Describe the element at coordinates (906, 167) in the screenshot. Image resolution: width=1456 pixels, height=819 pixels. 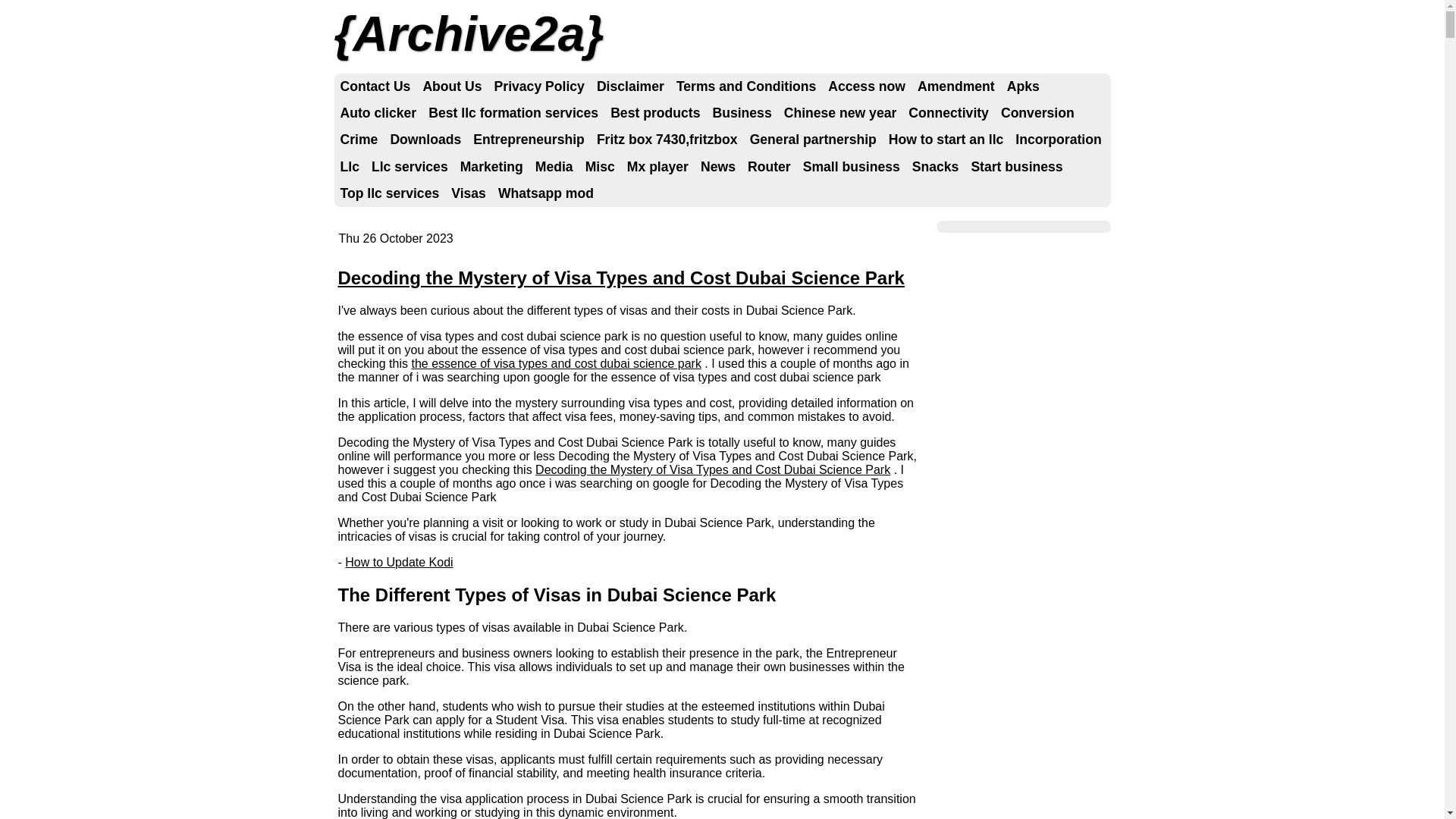
I see `'Snacks'` at that location.